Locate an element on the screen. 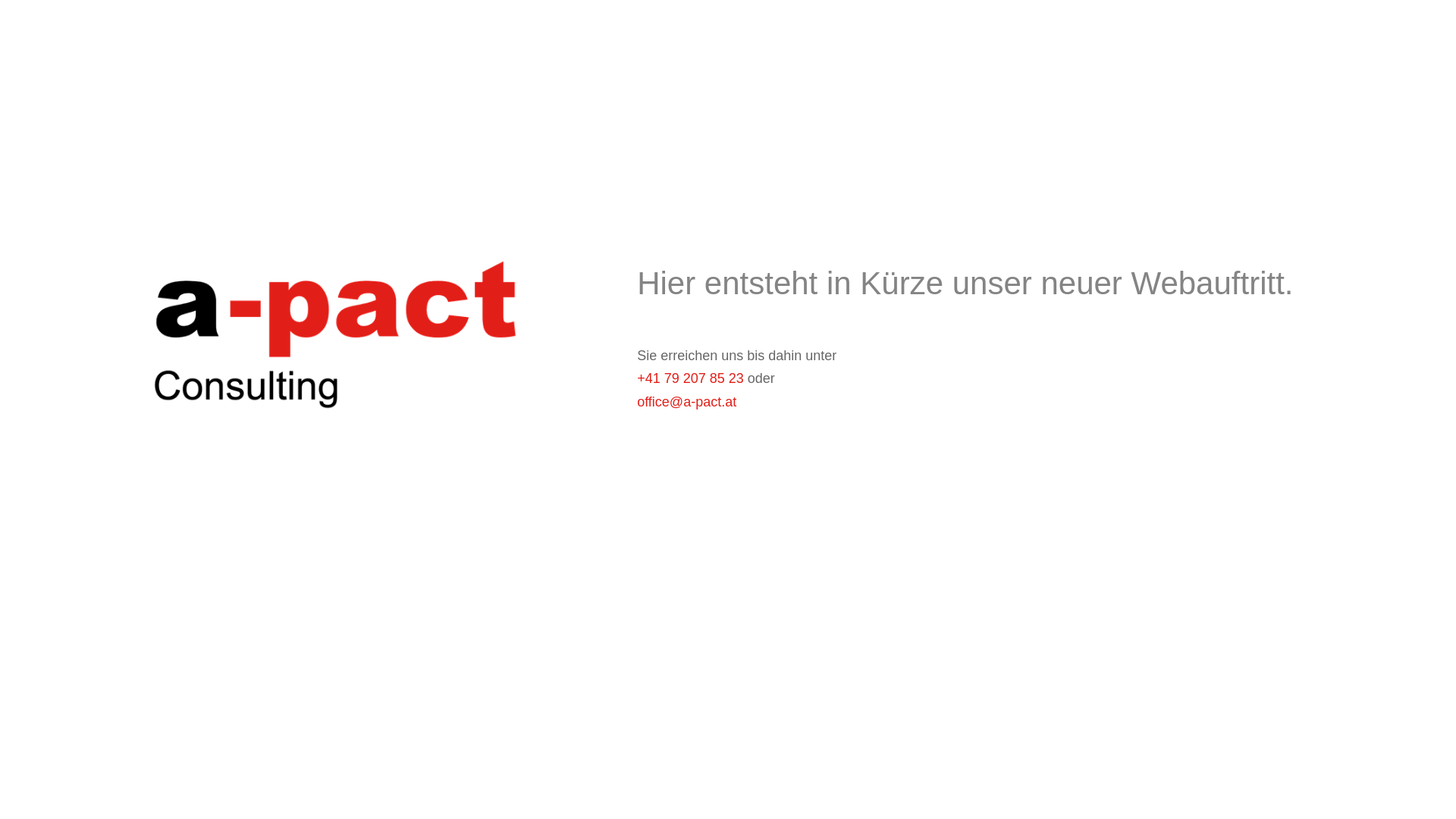  '+41 79 207 85 23' is located at coordinates (689, 377).